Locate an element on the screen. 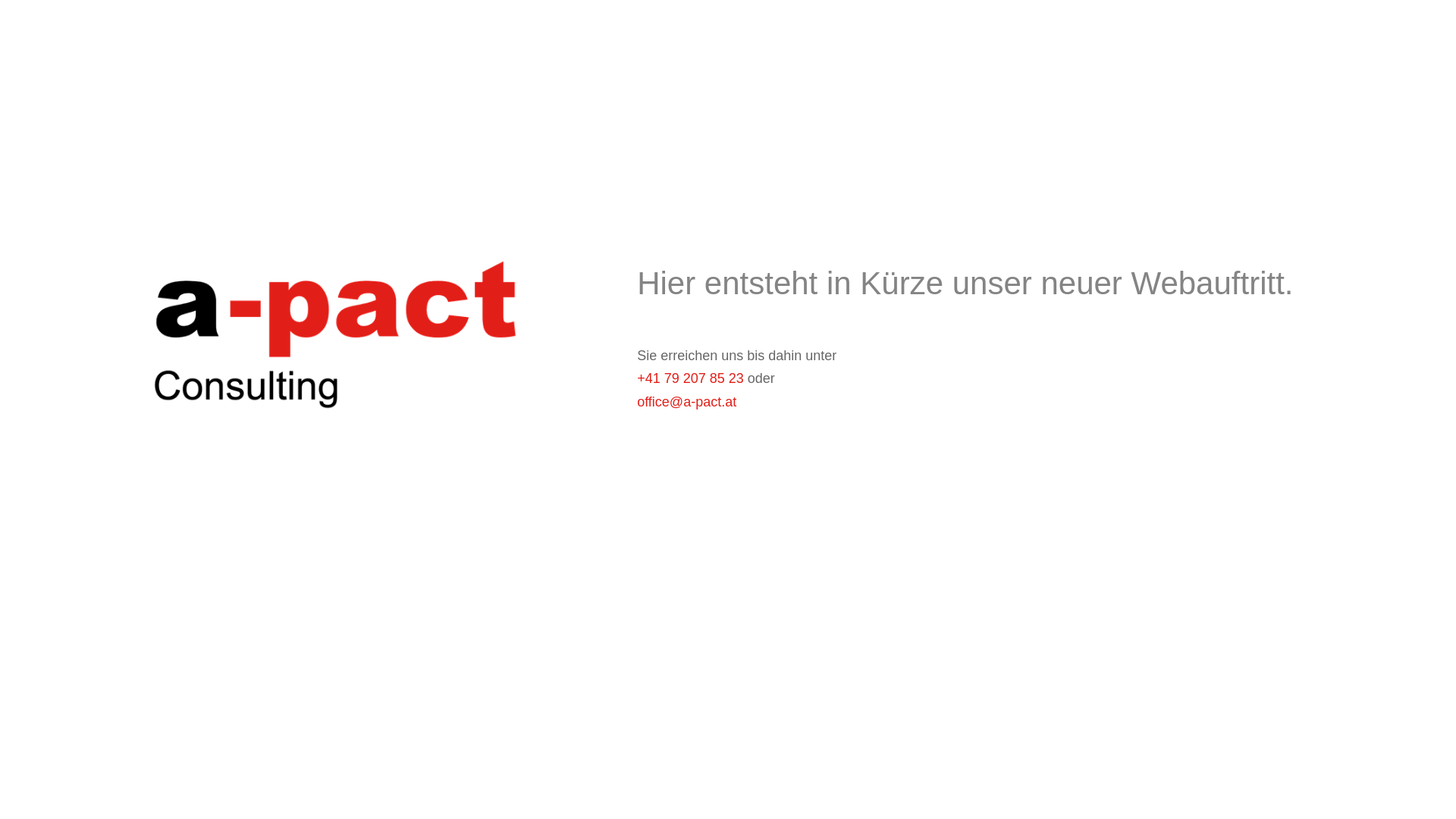  '+41 79 207 85 23' is located at coordinates (689, 377).